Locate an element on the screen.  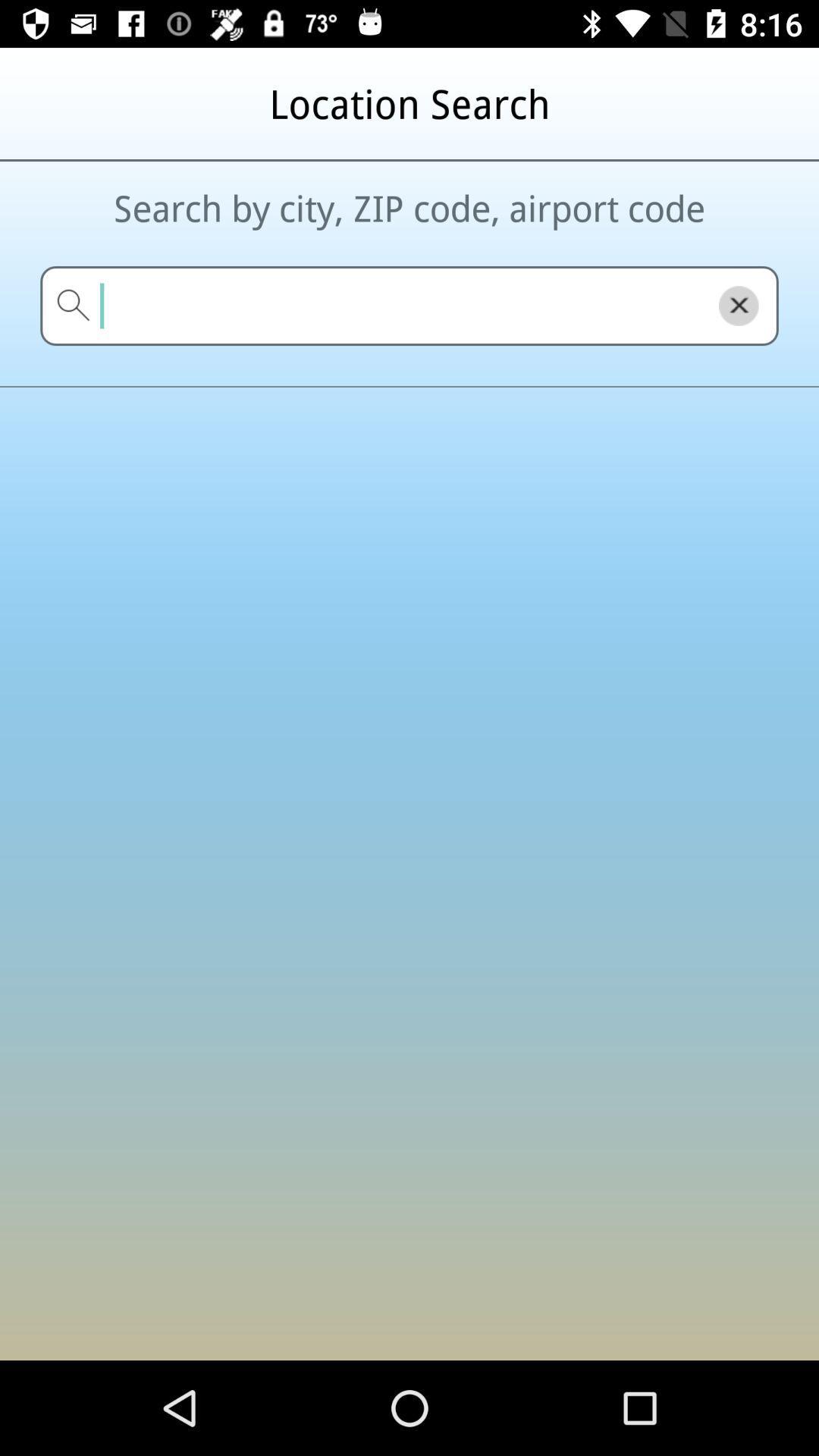
the close icon is located at coordinates (738, 305).